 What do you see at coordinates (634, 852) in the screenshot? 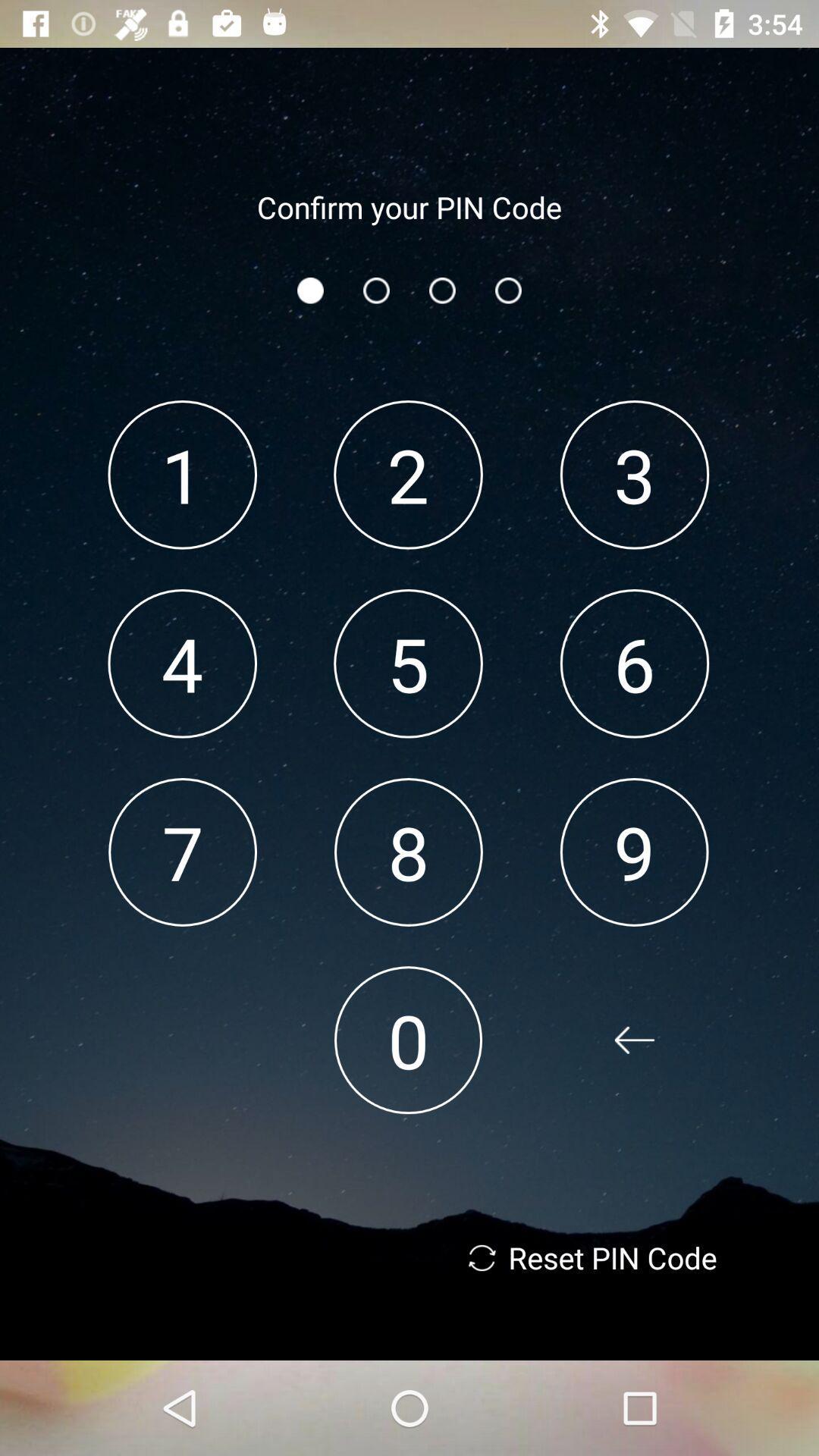
I see `the 9` at bounding box center [634, 852].